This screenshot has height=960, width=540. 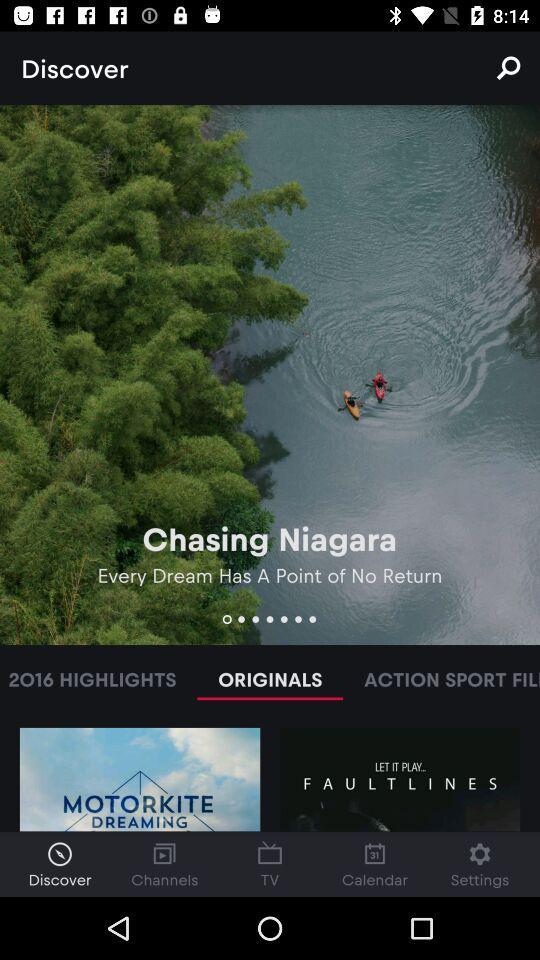 What do you see at coordinates (375, 863) in the screenshot?
I see `the button which is left to the button settings` at bounding box center [375, 863].